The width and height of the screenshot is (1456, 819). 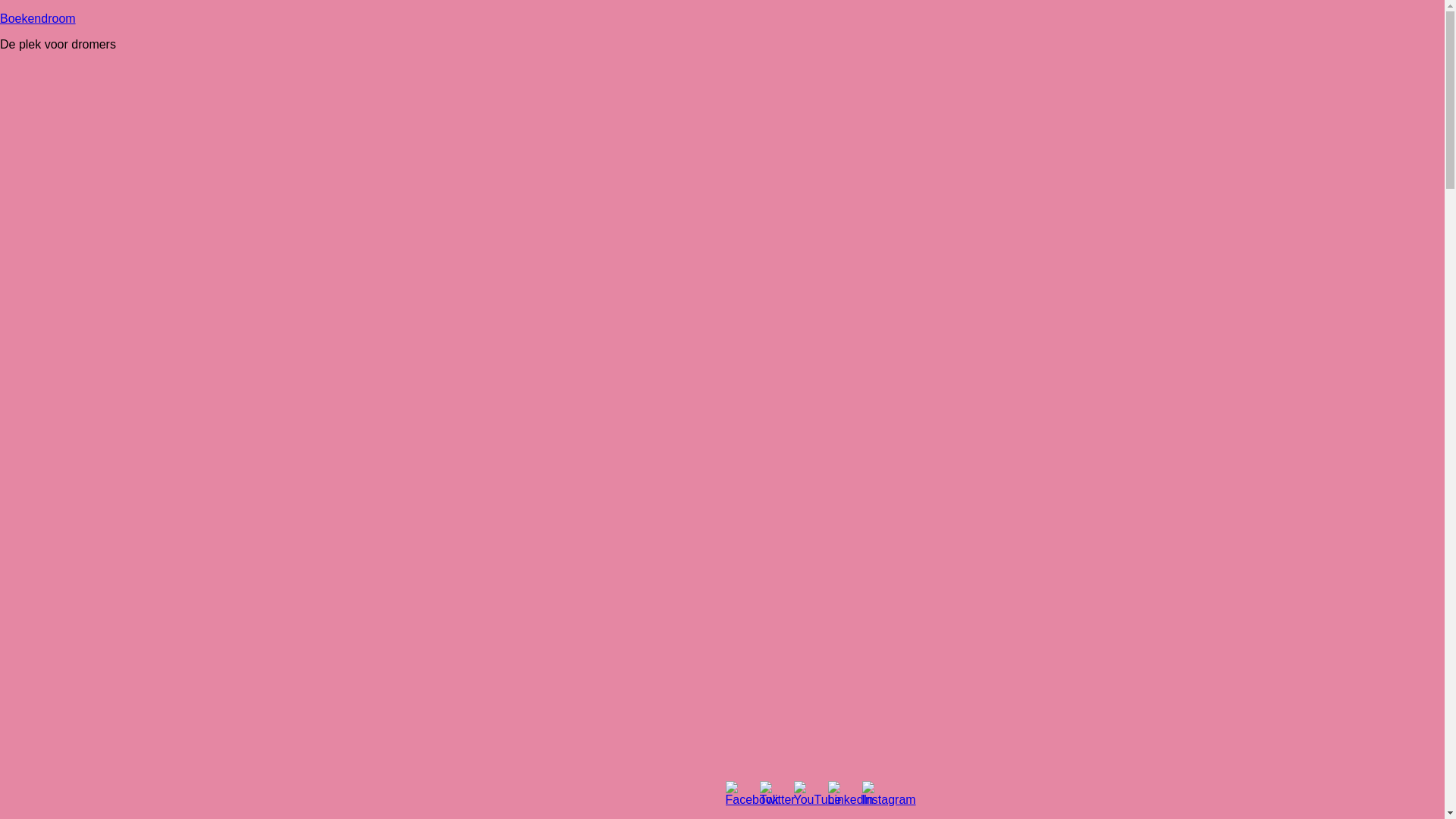 I want to click on 'YouTube', so click(x=816, y=792).